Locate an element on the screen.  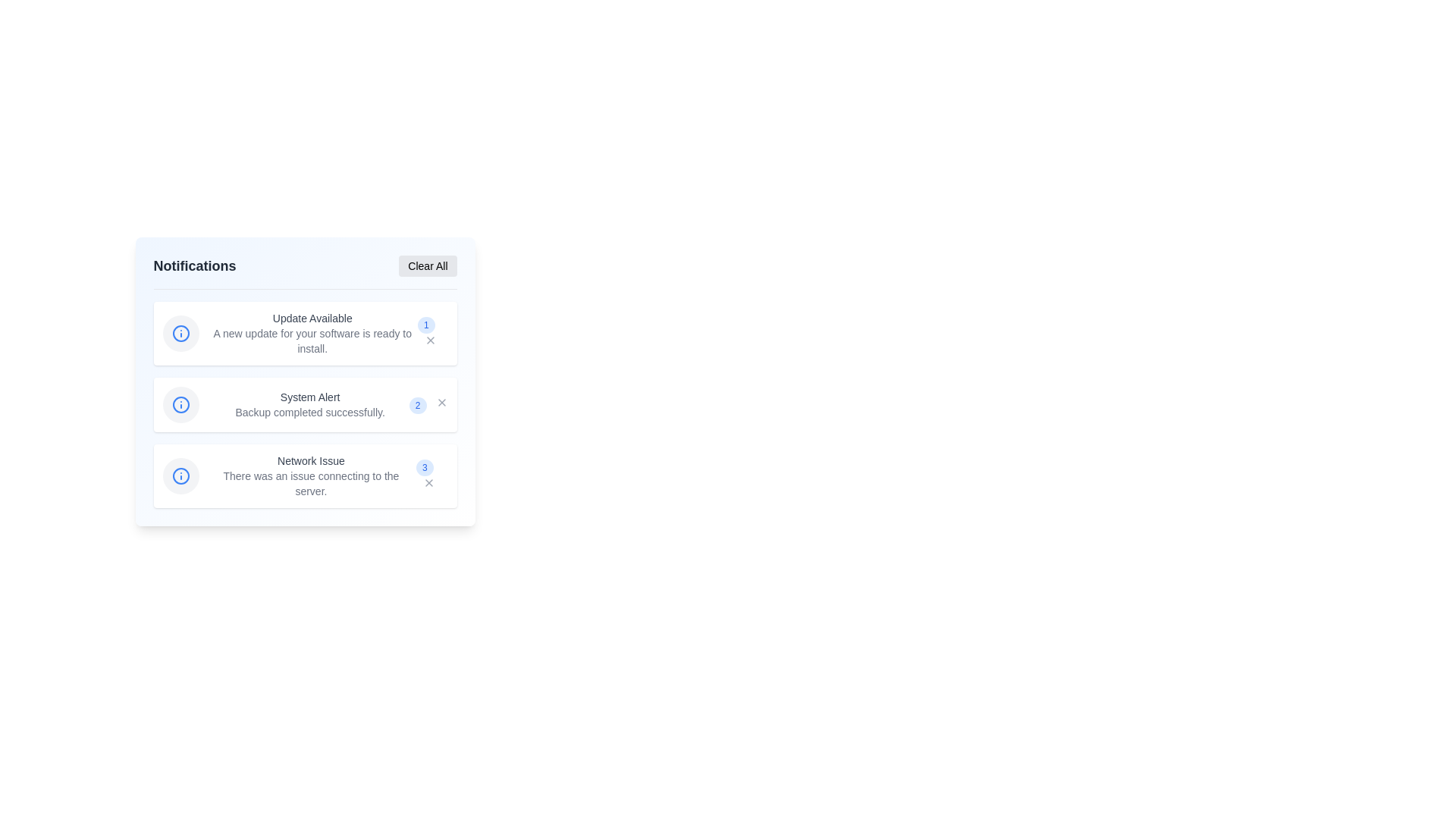
the 'Network Issue' icon, which visually represents an information status related to the notification about a connection issue, located to the left of the corresponding text in the notification list is located at coordinates (180, 475).